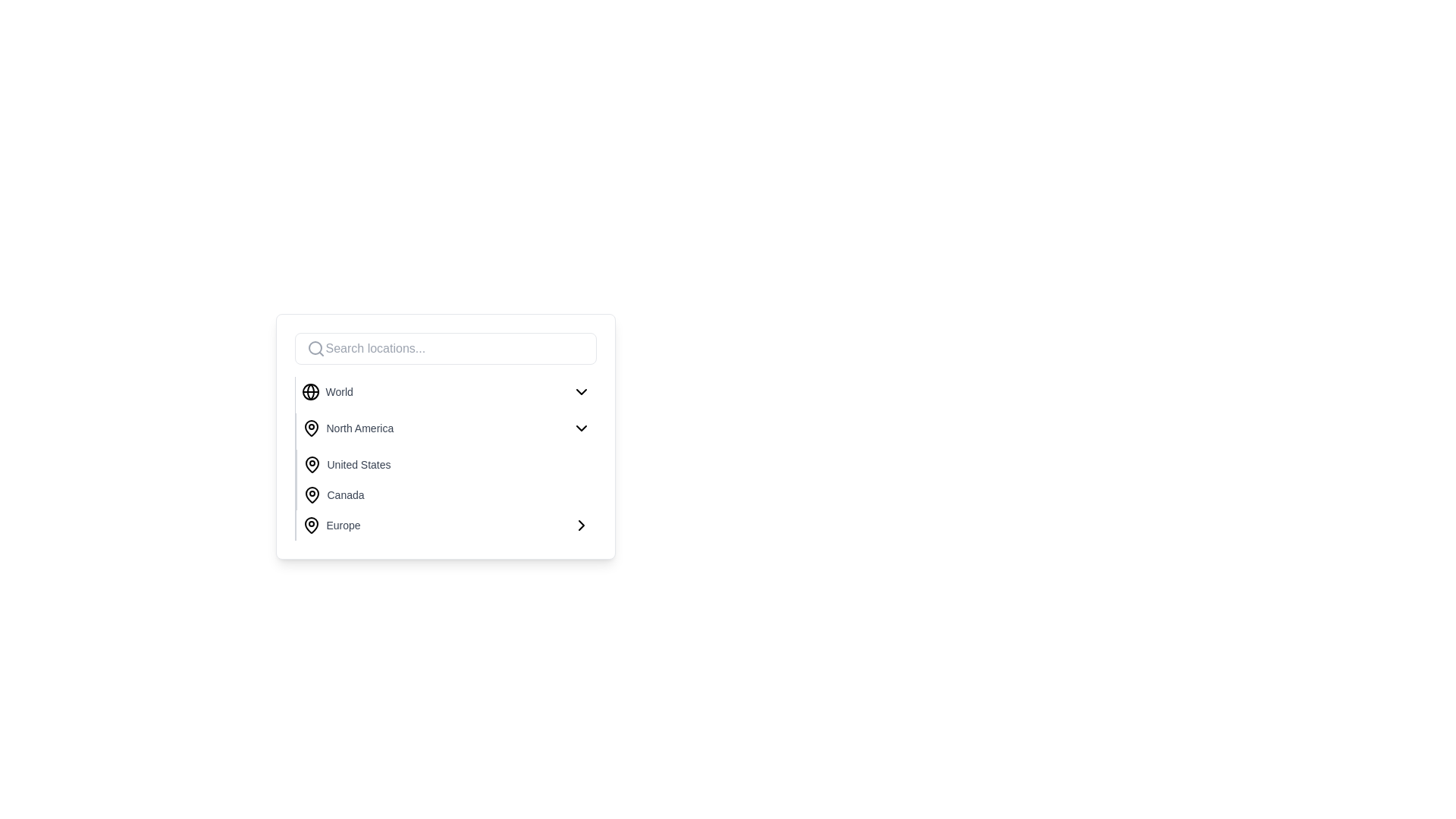  What do you see at coordinates (580, 428) in the screenshot?
I see `the downward-facing chevron icon, which is located at the far right of the 'North America' list item` at bounding box center [580, 428].